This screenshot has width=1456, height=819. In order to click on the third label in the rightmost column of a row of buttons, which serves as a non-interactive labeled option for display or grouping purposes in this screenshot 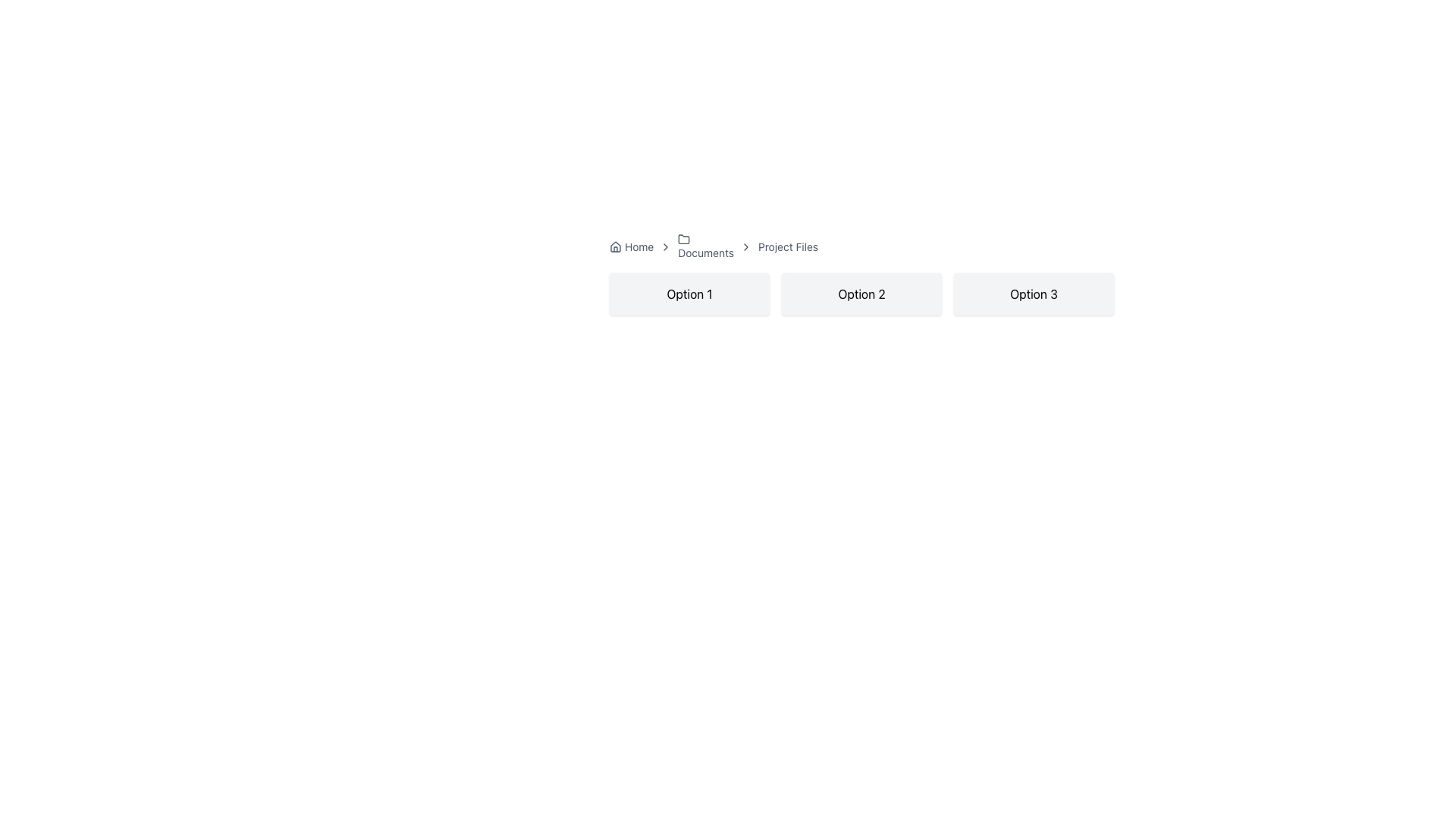, I will do `click(1033, 294)`.